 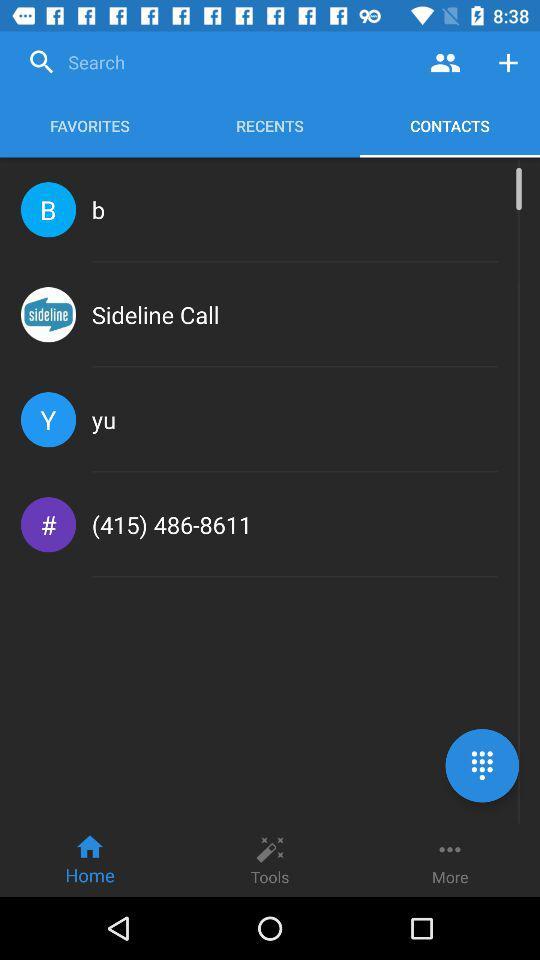 What do you see at coordinates (481, 764) in the screenshot?
I see `open number pad` at bounding box center [481, 764].